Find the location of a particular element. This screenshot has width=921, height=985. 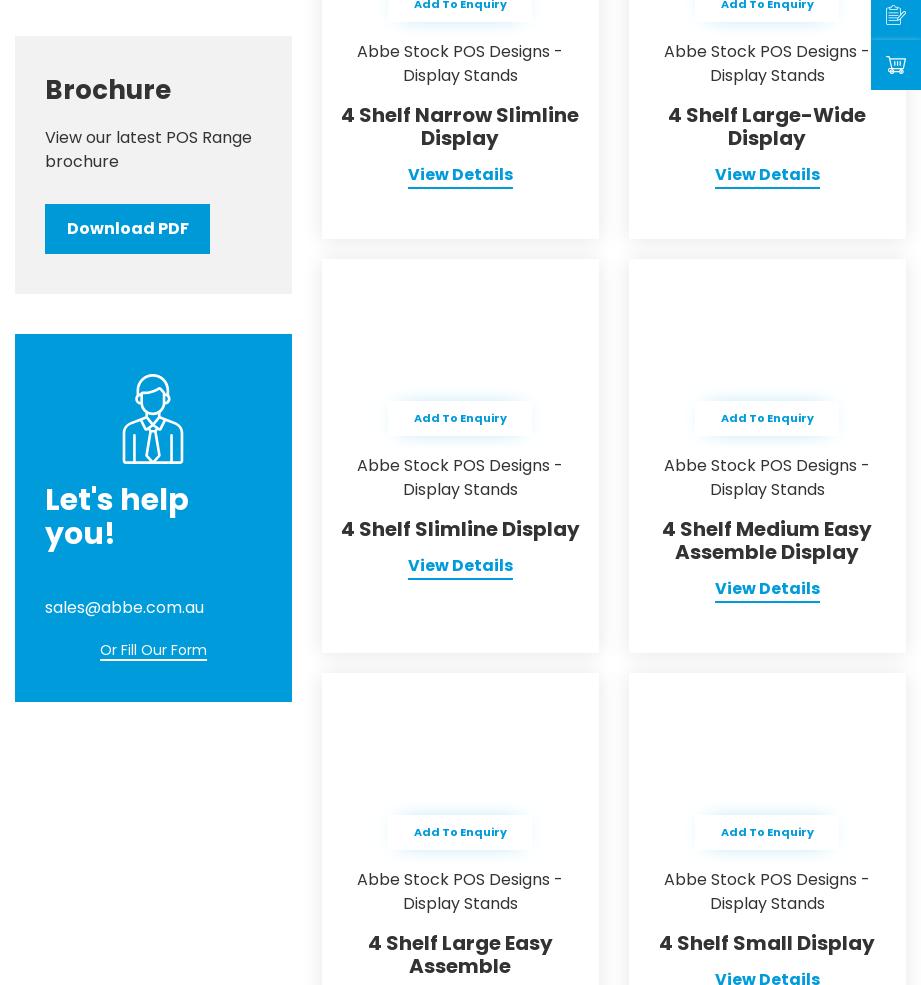

'Order' is located at coordinates (841, 63).